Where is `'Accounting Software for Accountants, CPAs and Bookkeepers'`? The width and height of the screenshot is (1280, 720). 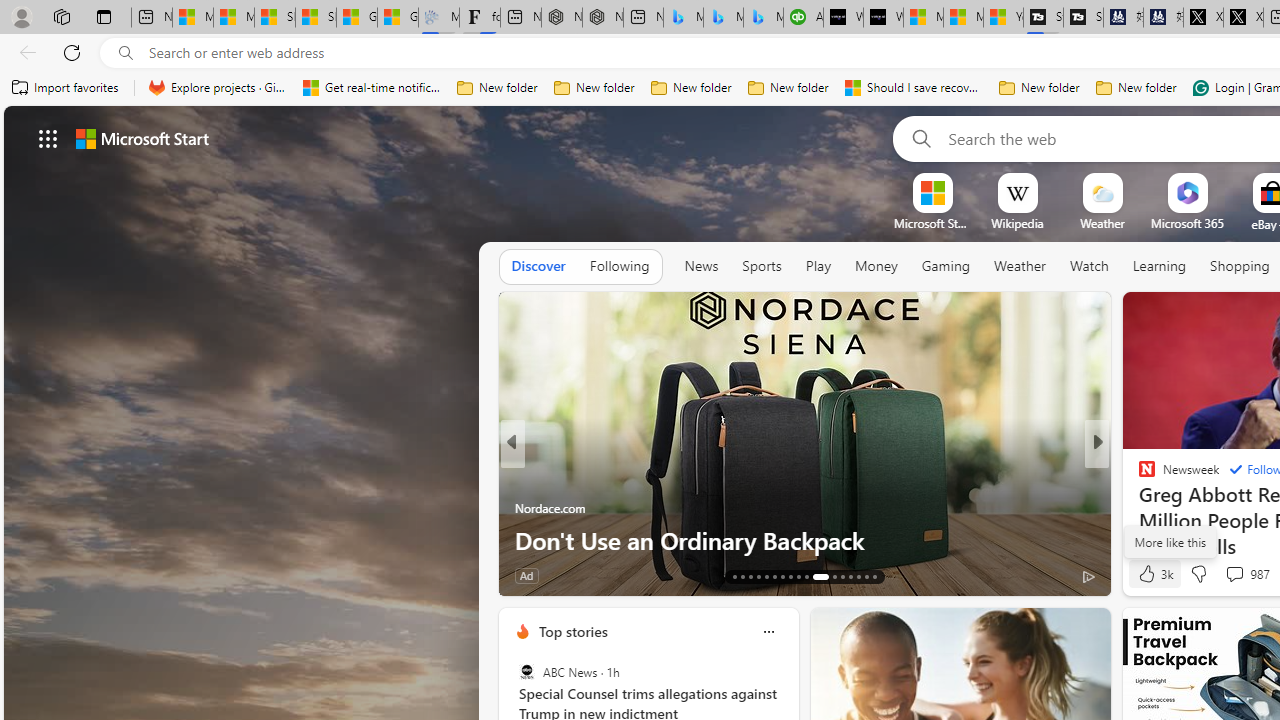 'Accounting Software for Accountants, CPAs and Bookkeepers' is located at coordinates (803, 17).